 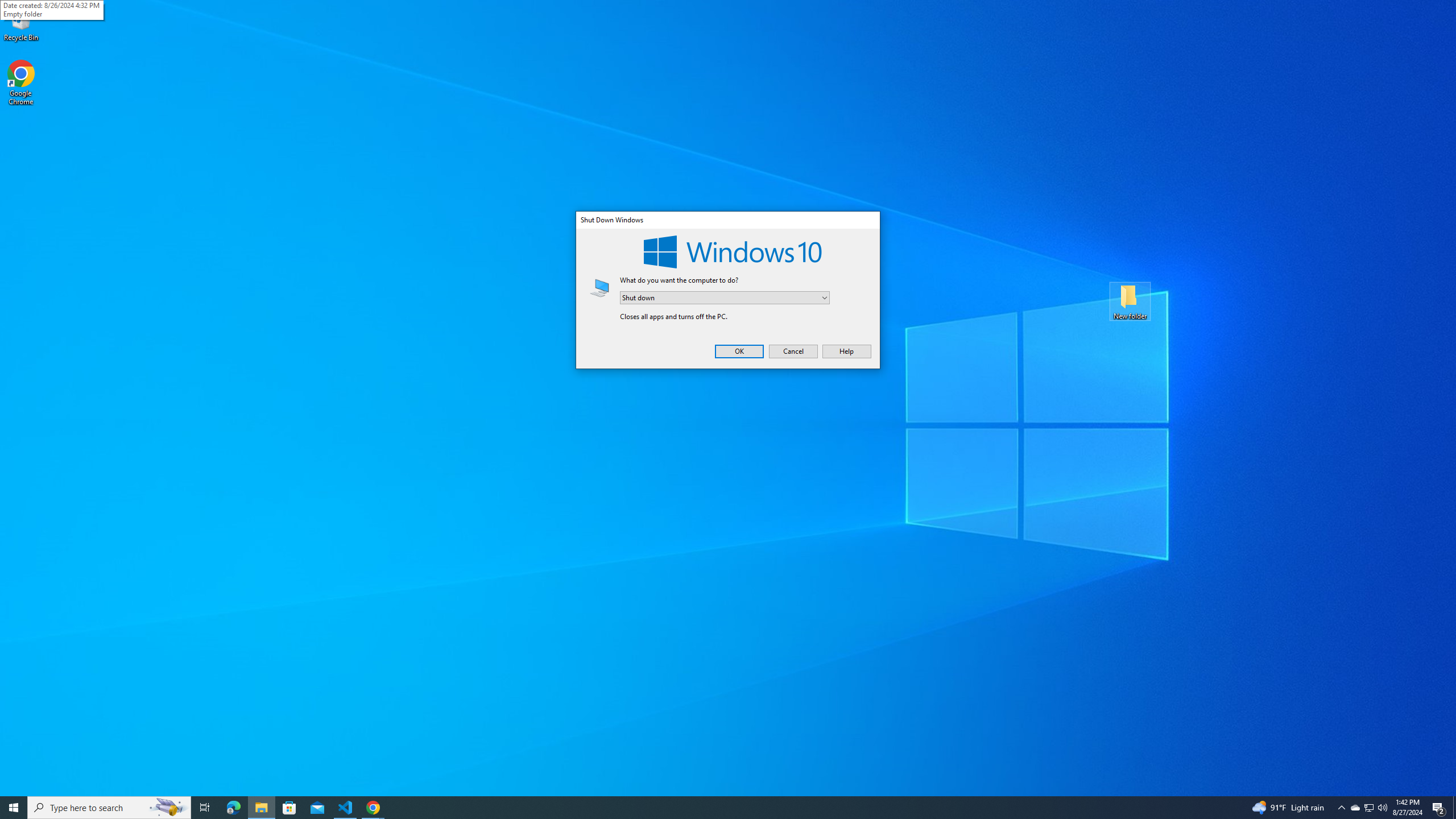 What do you see at coordinates (717, 806) in the screenshot?
I see `'Running applications'` at bounding box center [717, 806].